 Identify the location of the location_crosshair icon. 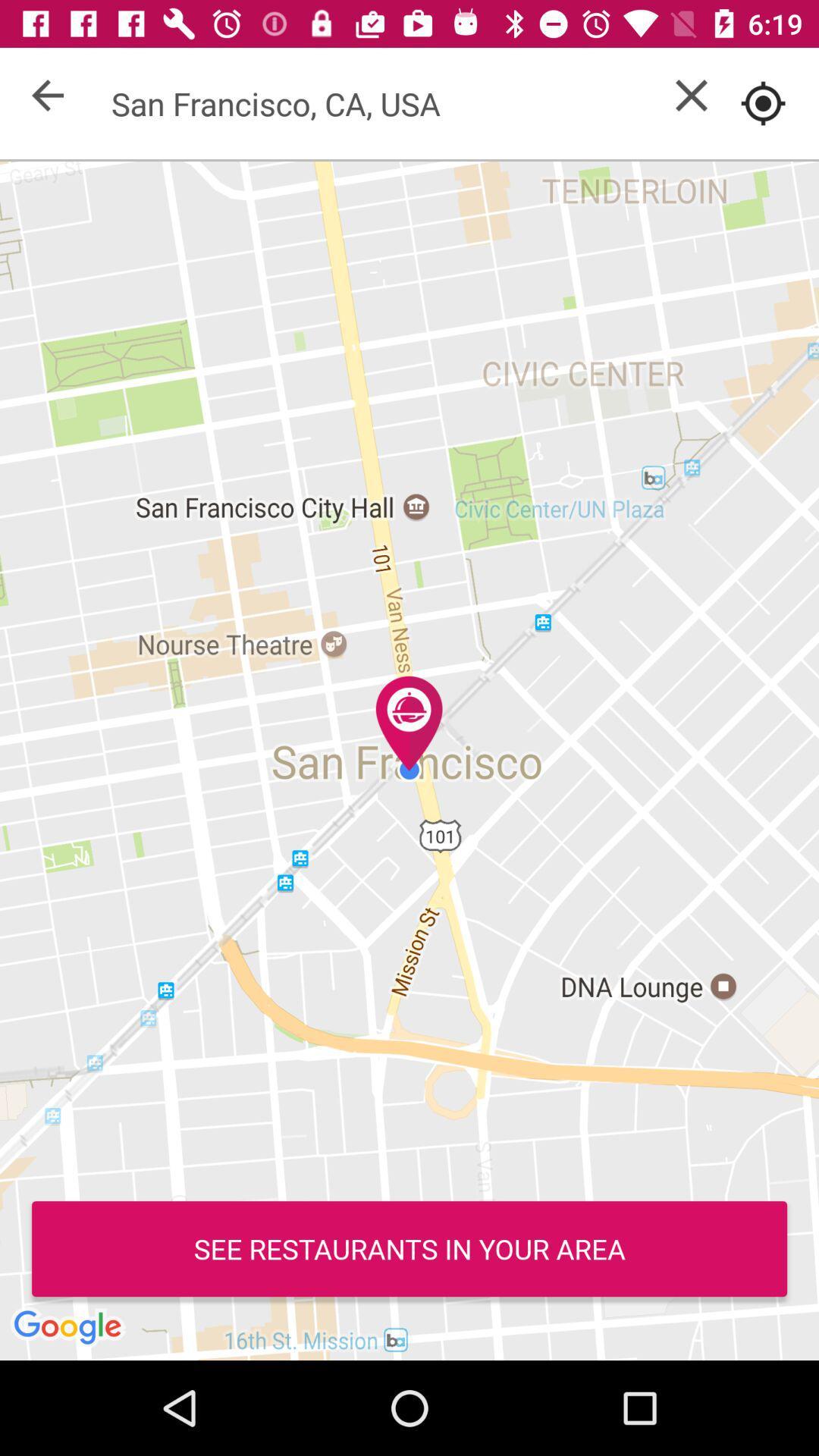
(763, 102).